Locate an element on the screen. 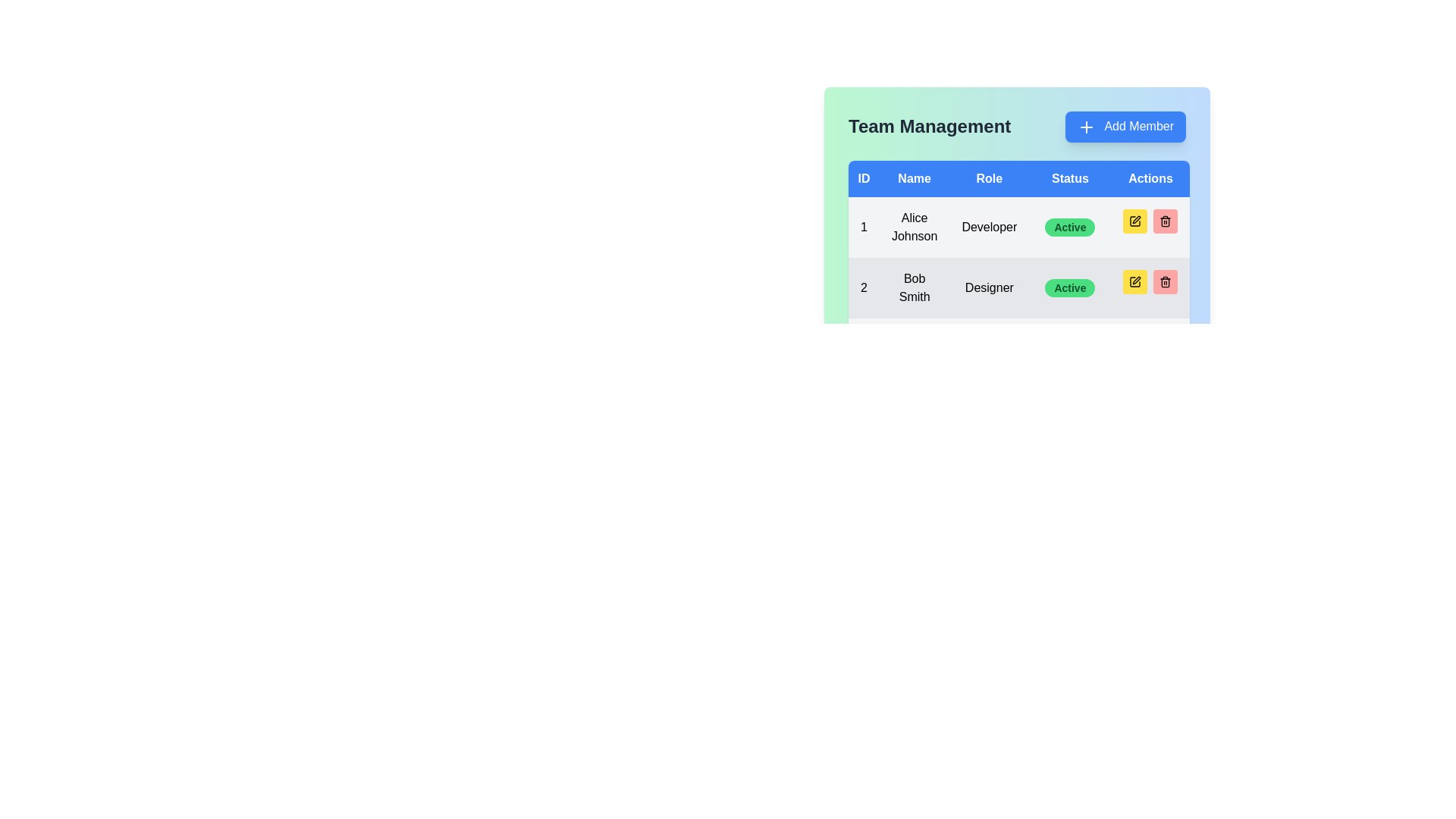  the text label displaying 'Developer' in bold font located in the table under the 'Role' column for the first row corresponding to 'Alice Johnson' is located at coordinates (989, 227).